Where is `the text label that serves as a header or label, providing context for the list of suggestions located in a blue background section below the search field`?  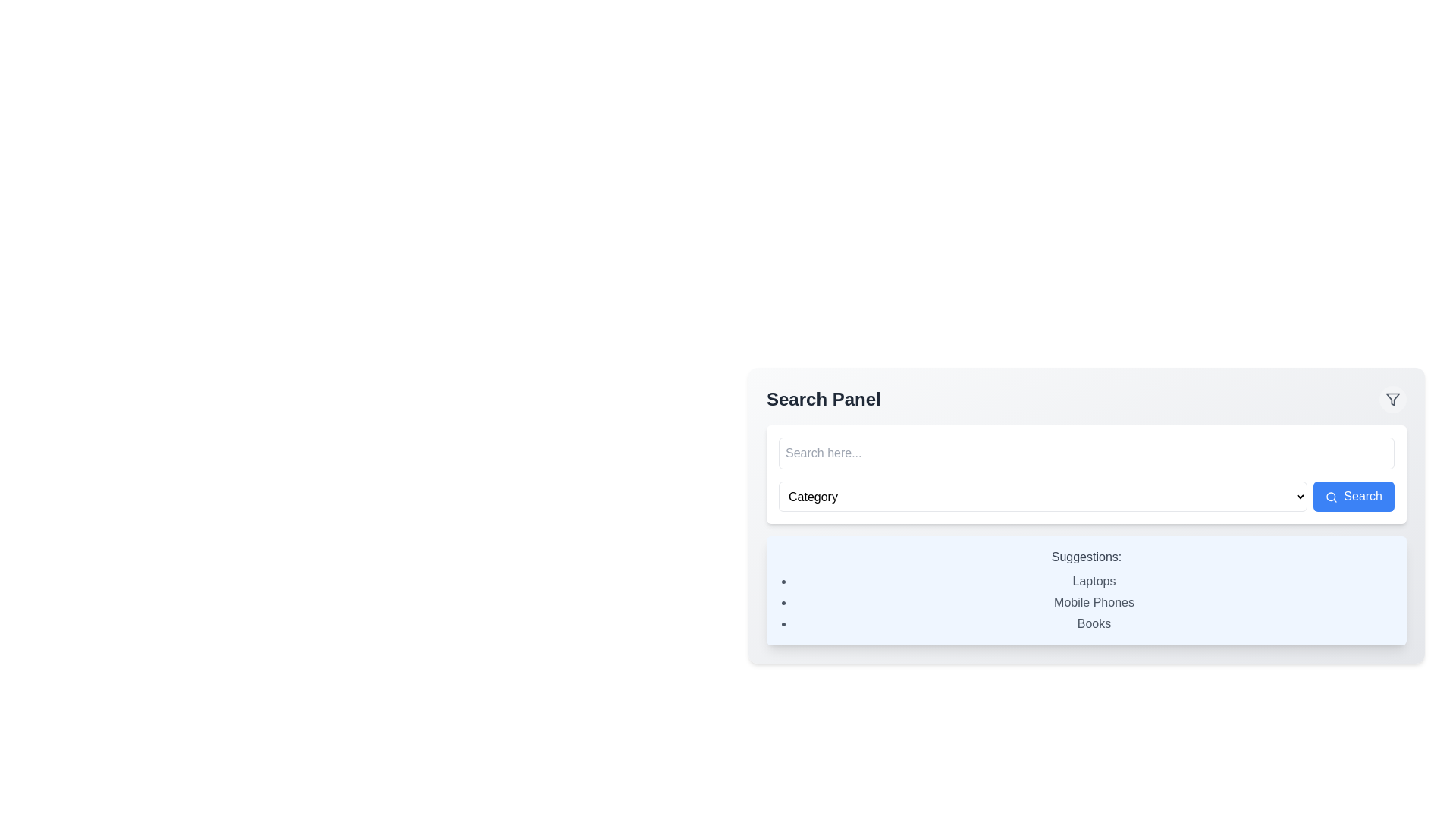
the text label that serves as a header or label, providing context for the list of suggestions located in a blue background section below the search field is located at coordinates (1086, 557).